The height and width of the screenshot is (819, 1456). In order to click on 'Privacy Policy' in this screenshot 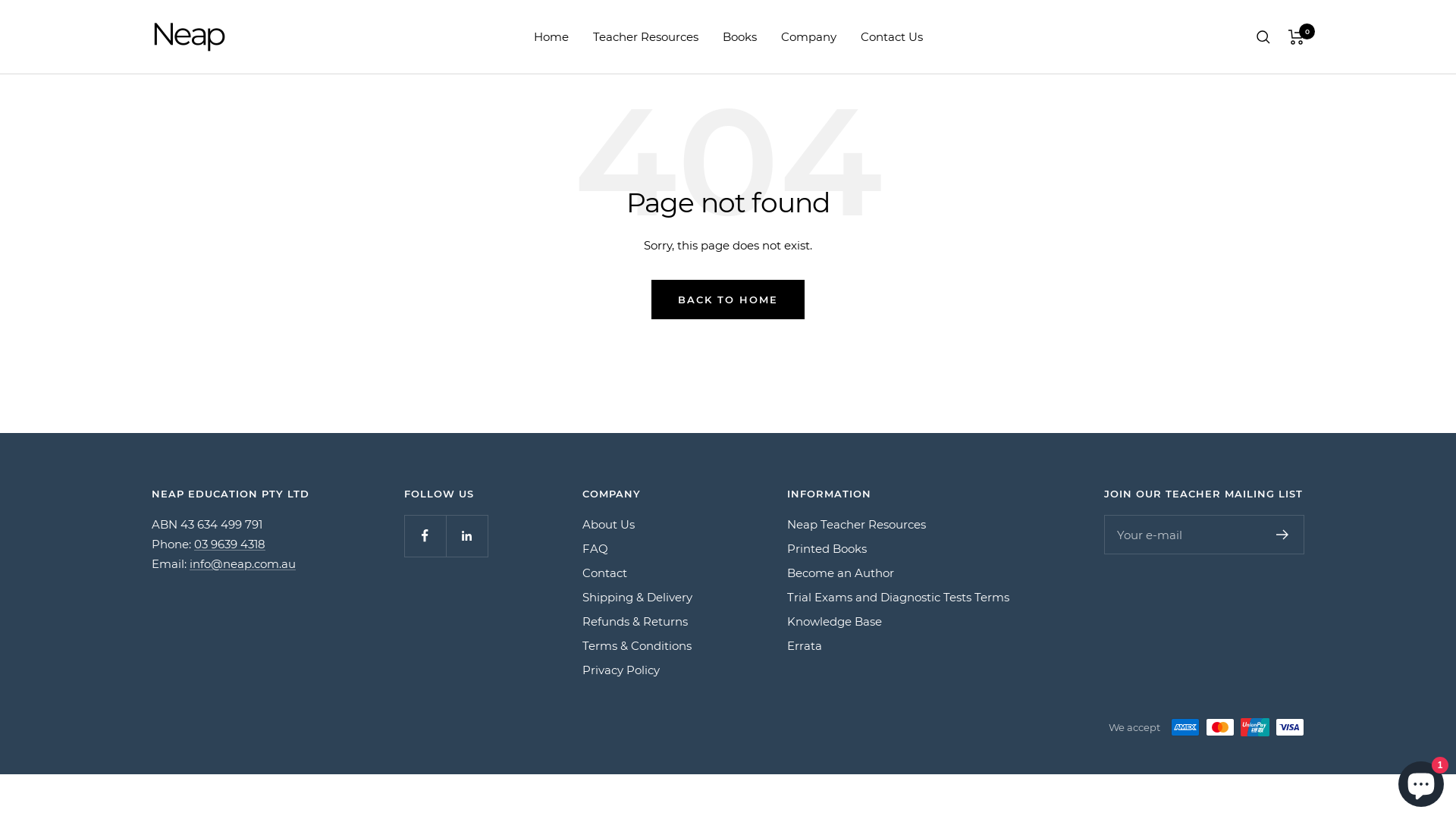, I will do `click(621, 669)`.